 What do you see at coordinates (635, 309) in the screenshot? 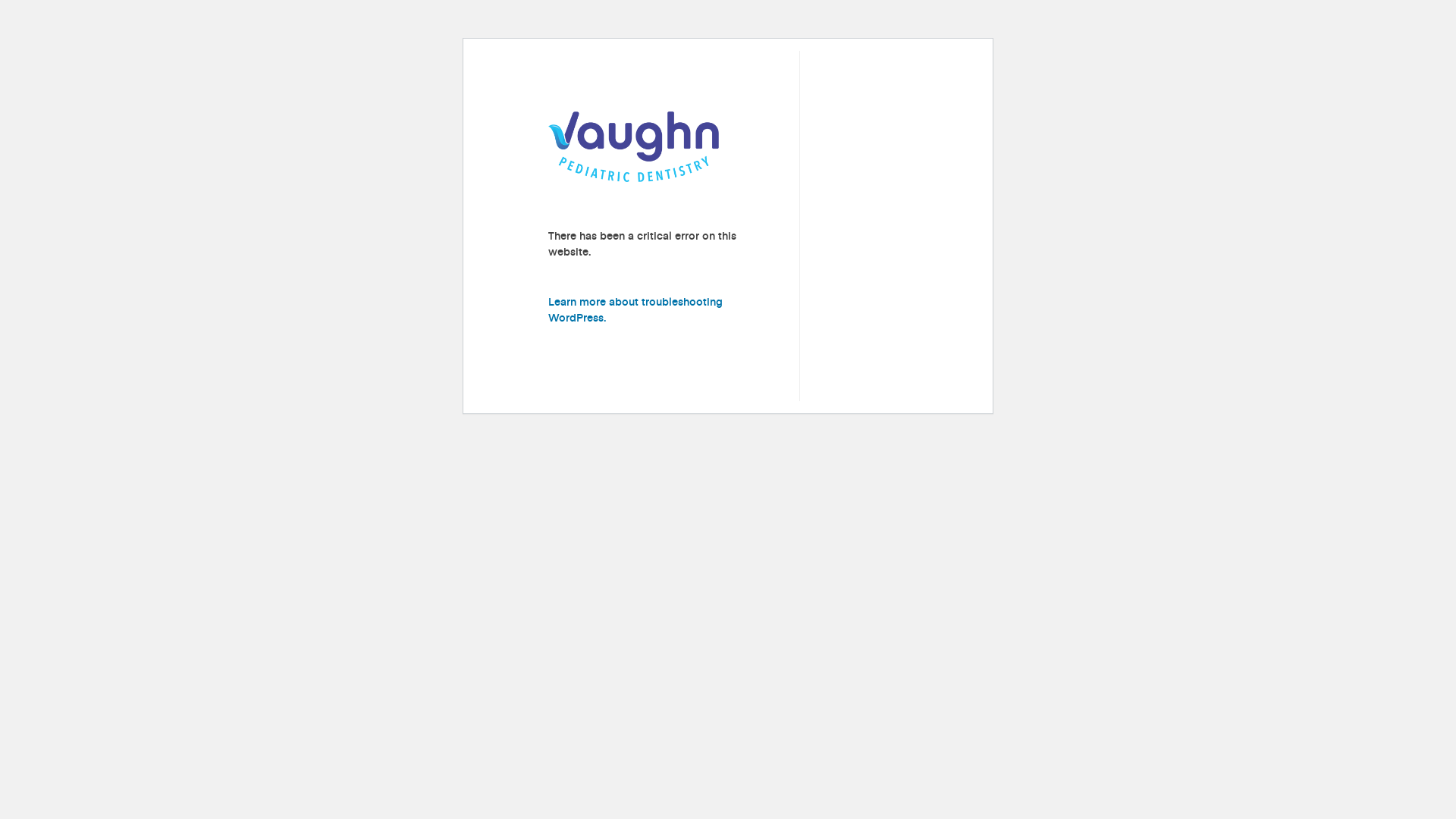
I see `'Learn more about troubleshooting WordPress.'` at bounding box center [635, 309].